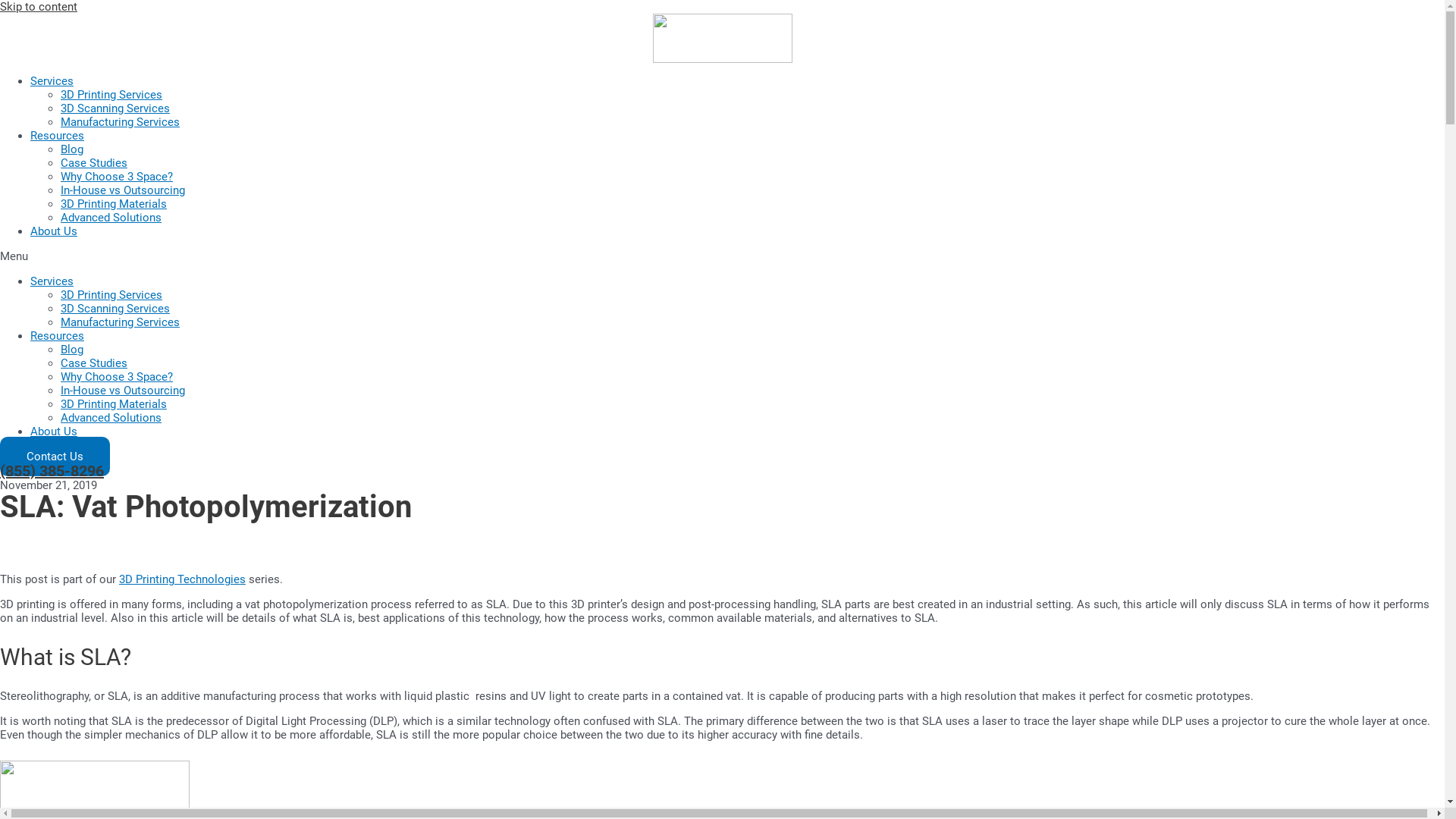 This screenshot has height=819, width=1456. Describe the element at coordinates (119, 121) in the screenshot. I see `'Manufacturing Services'` at that location.